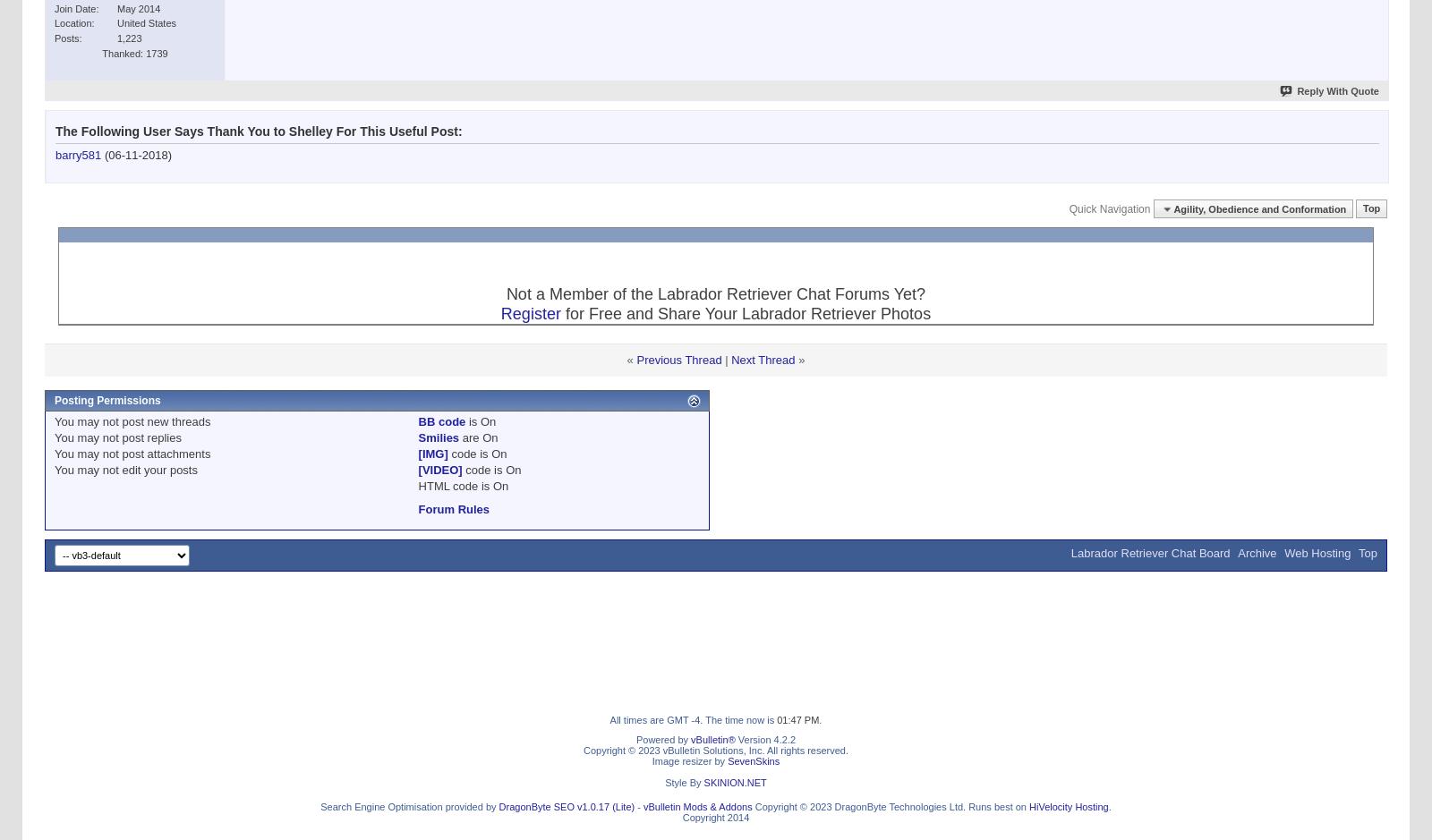 This screenshot has width=1432, height=840. Describe the element at coordinates (457, 437) in the screenshot. I see `'are'` at that location.